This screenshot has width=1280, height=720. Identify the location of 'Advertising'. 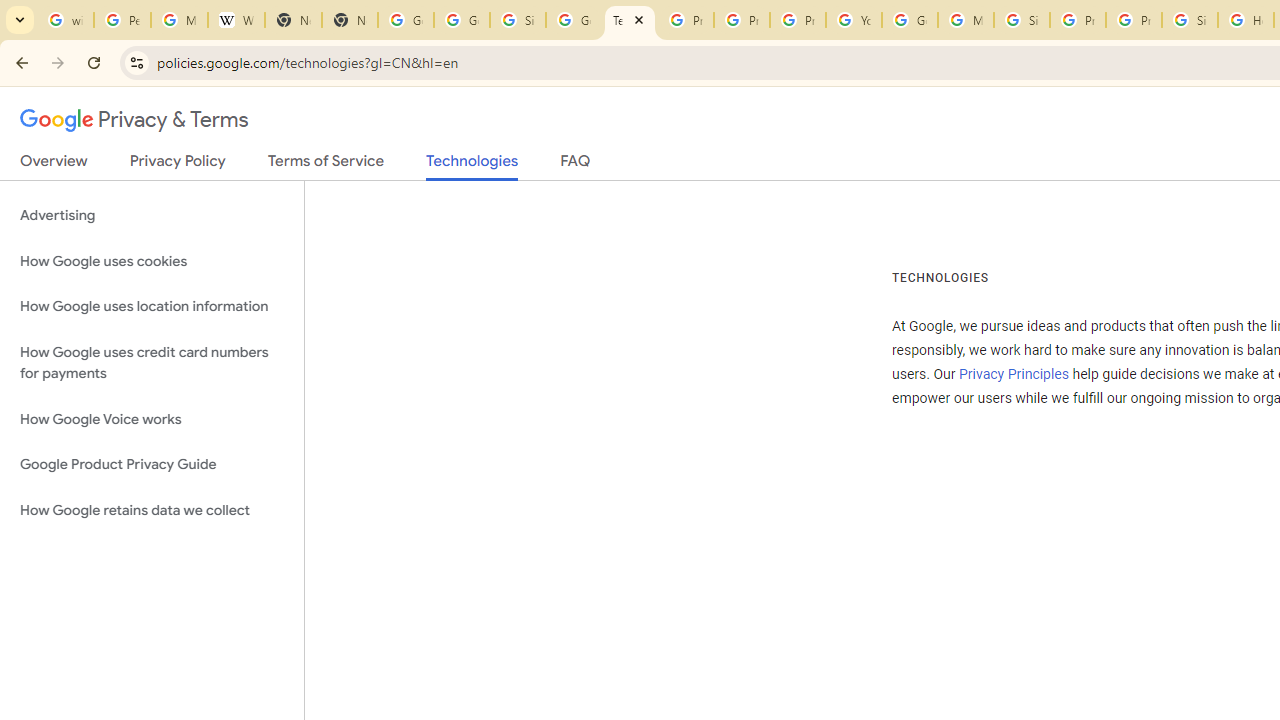
(151, 216).